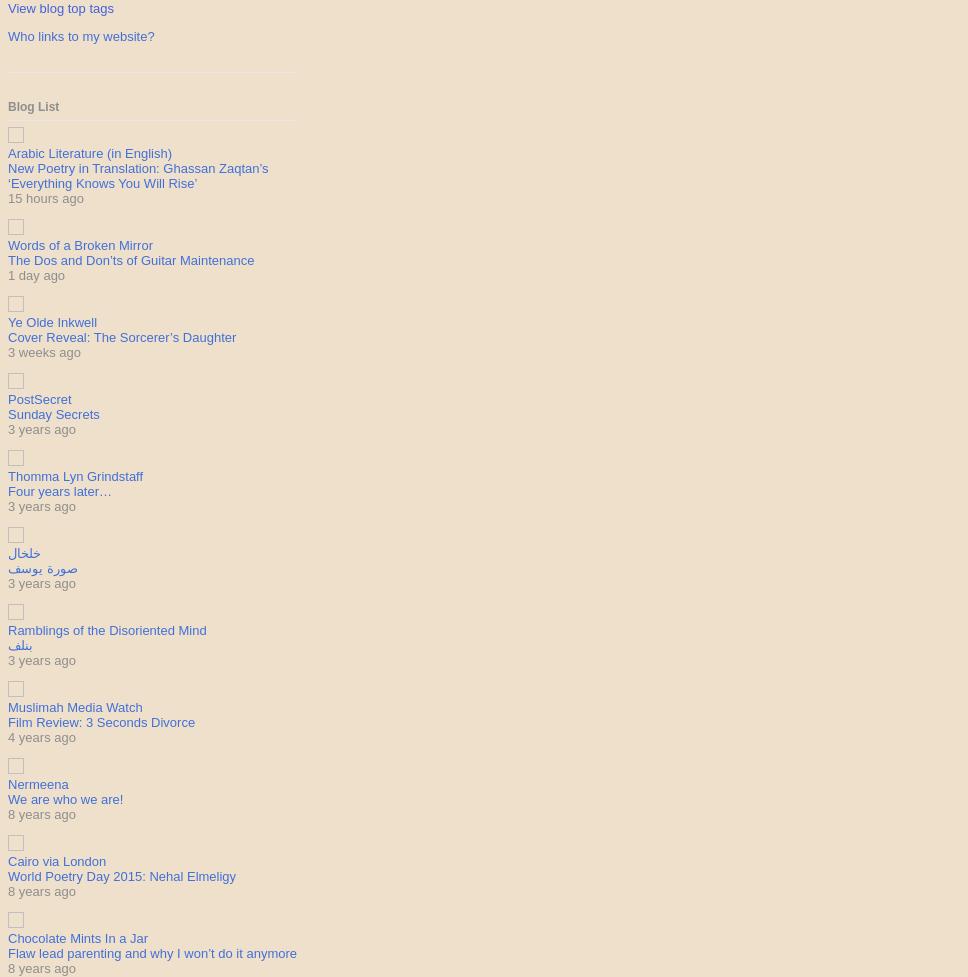  Describe the element at coordinates (77, 937) in the screenshot. I see `'Chocolate Mints In a Jar'` at that location.